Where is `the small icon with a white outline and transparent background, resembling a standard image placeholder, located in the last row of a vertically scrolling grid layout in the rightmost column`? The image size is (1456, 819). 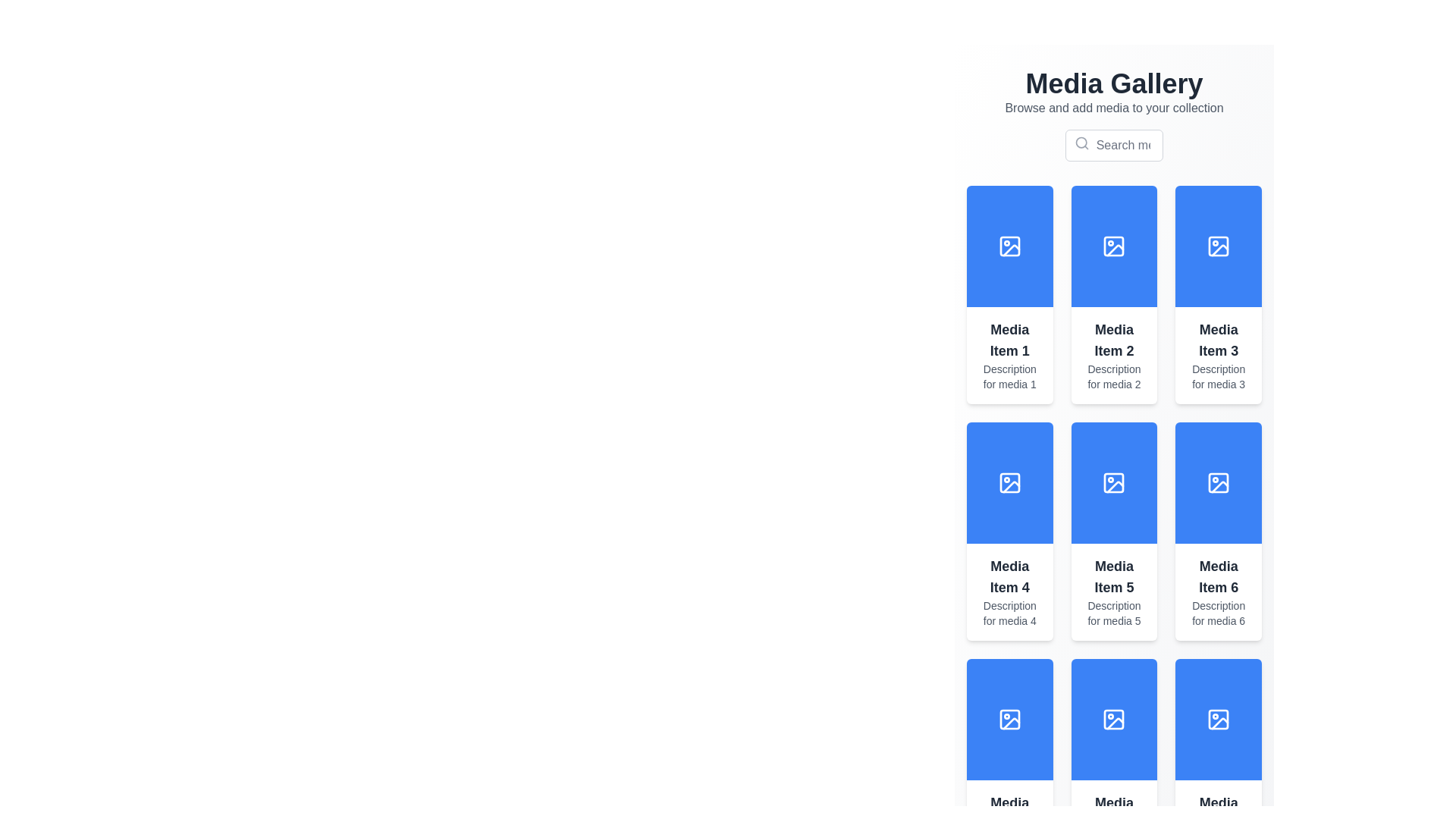
the small icon with a white outline and transparent background, resembling a standard image placeholder, located in the last row of a vertically scrolling grid layout in the rightmost column is located at coordinates (1219, 718).